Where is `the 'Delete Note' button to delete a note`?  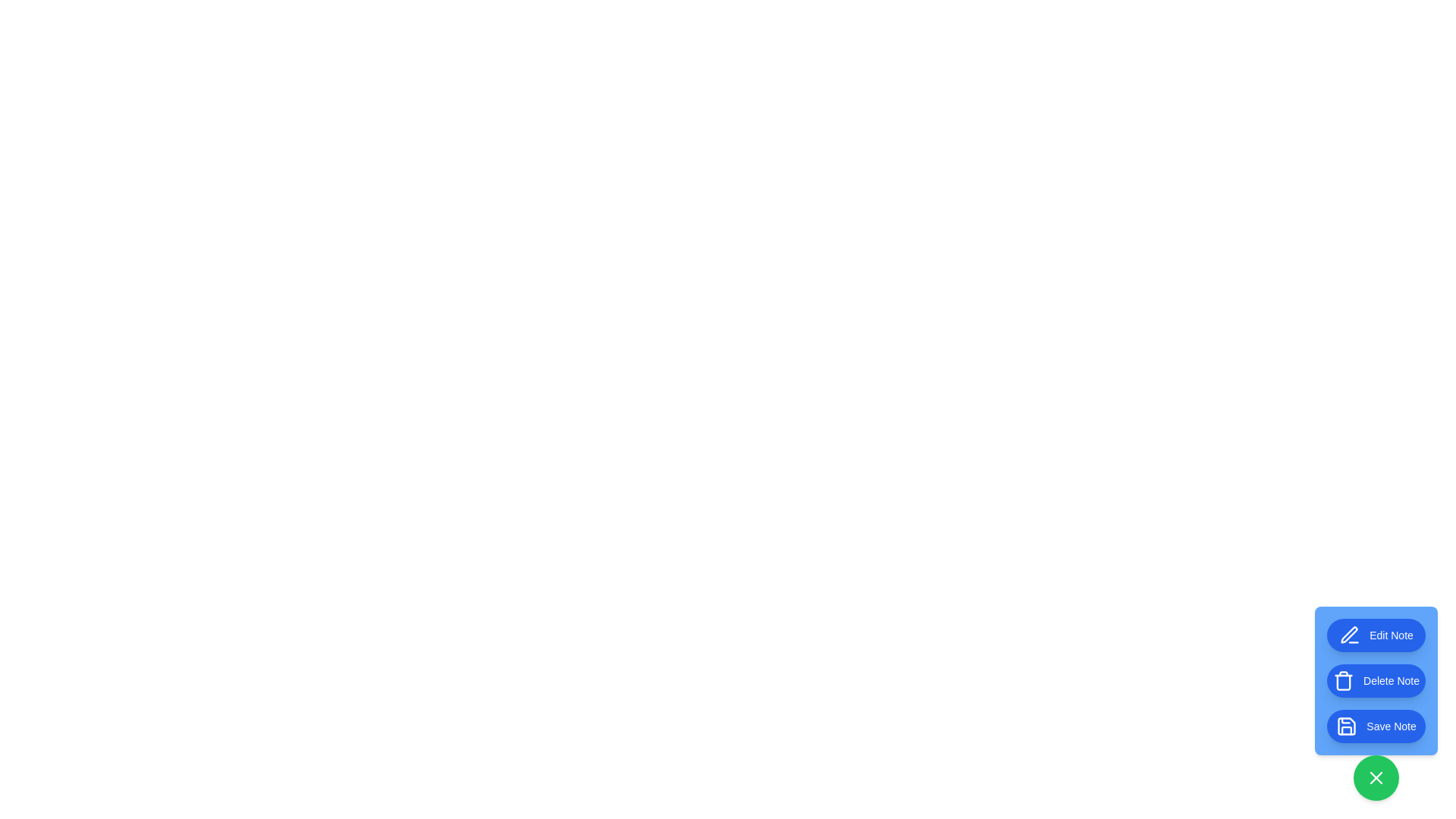
the 'Delete Note' button to delete a note is located at coordinates (1376, 680).